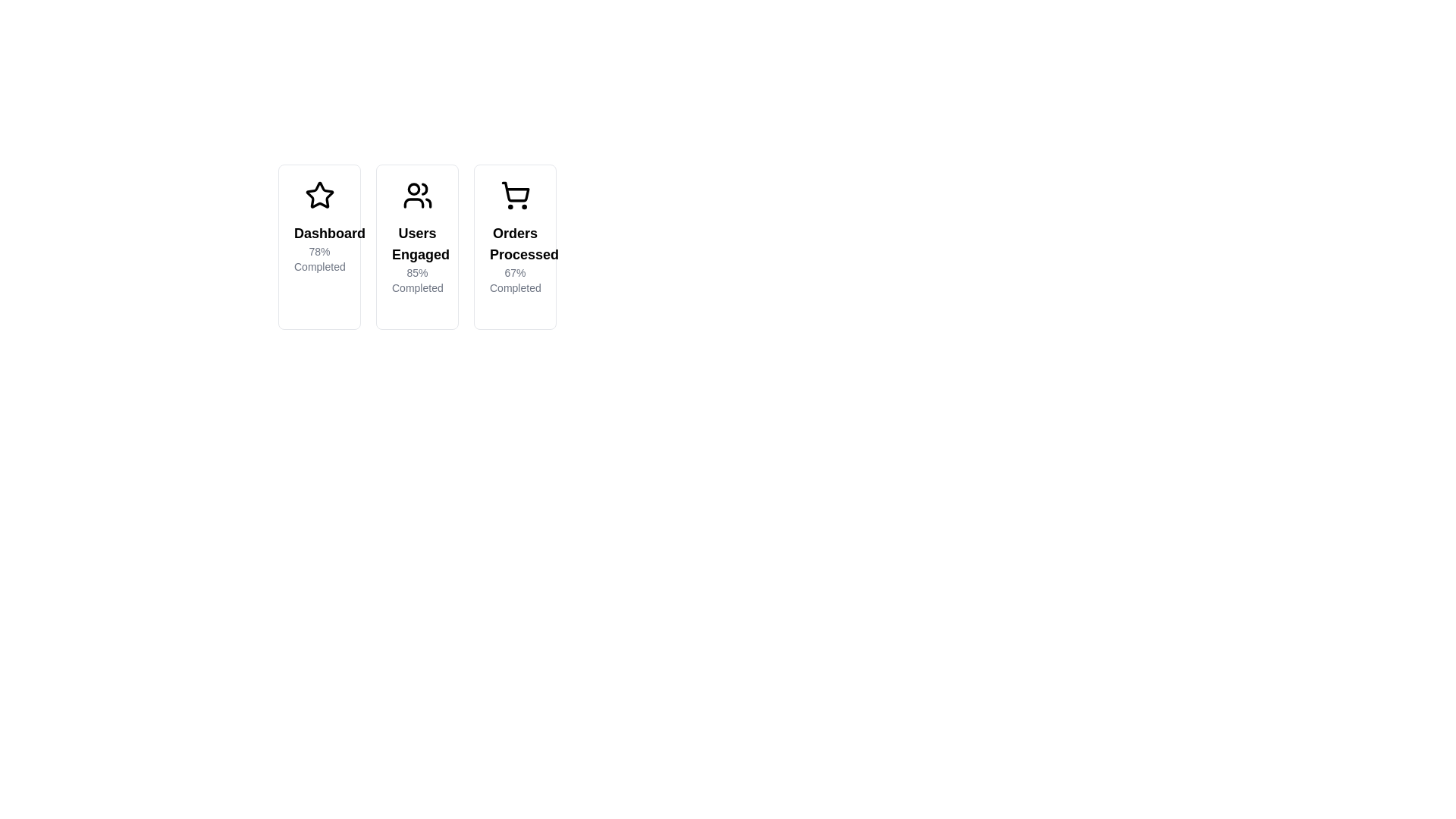 The width and height of the screenshot is (1456, 819). Describe the element at coordinates (413, 188) in the screenshot. I see `the circular decorative graphic within the 'Users Engaged' graphical icon` at that location.